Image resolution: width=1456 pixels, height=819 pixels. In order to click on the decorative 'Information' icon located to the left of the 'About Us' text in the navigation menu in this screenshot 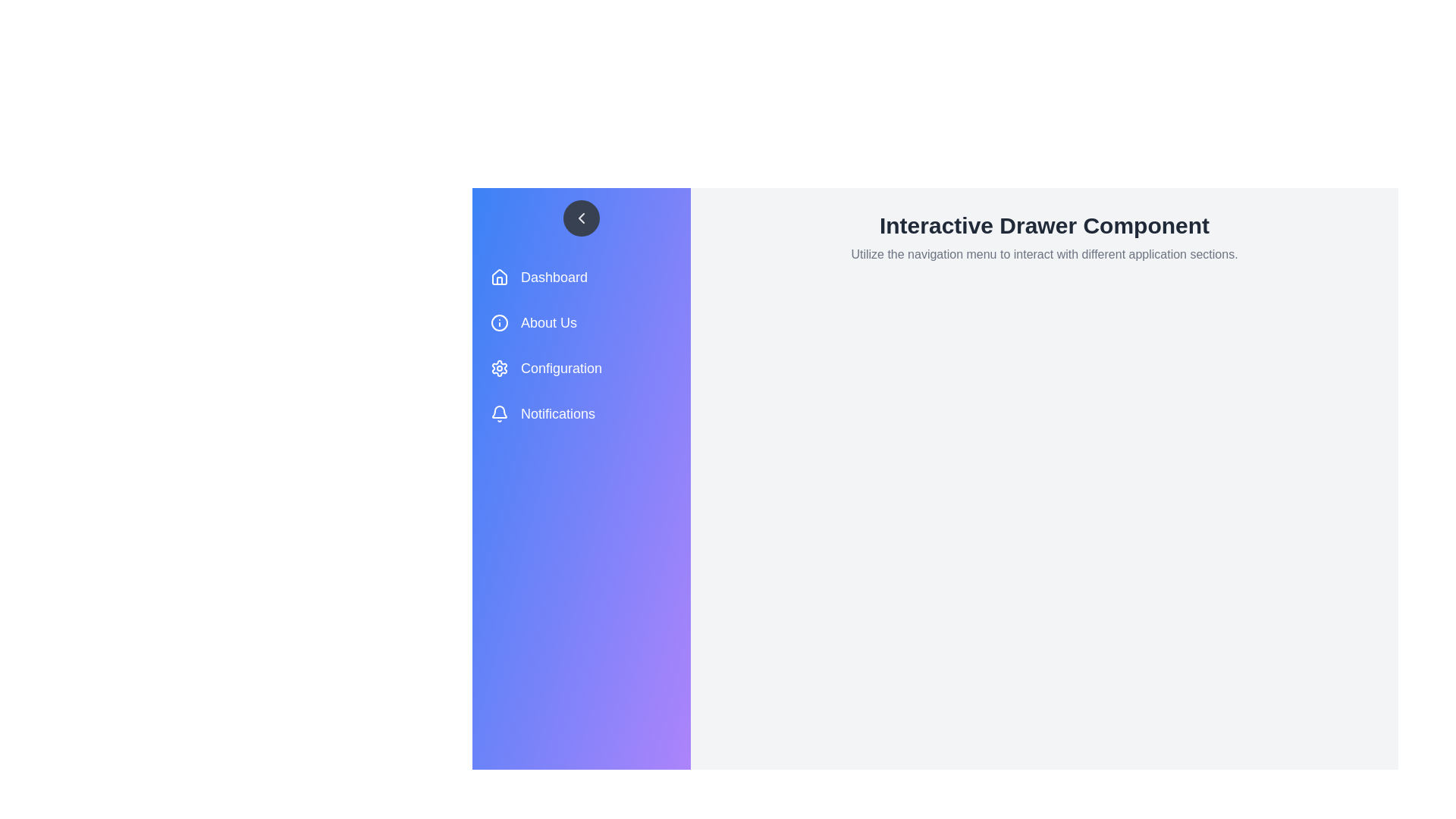, I will do `click(499, 322)`.